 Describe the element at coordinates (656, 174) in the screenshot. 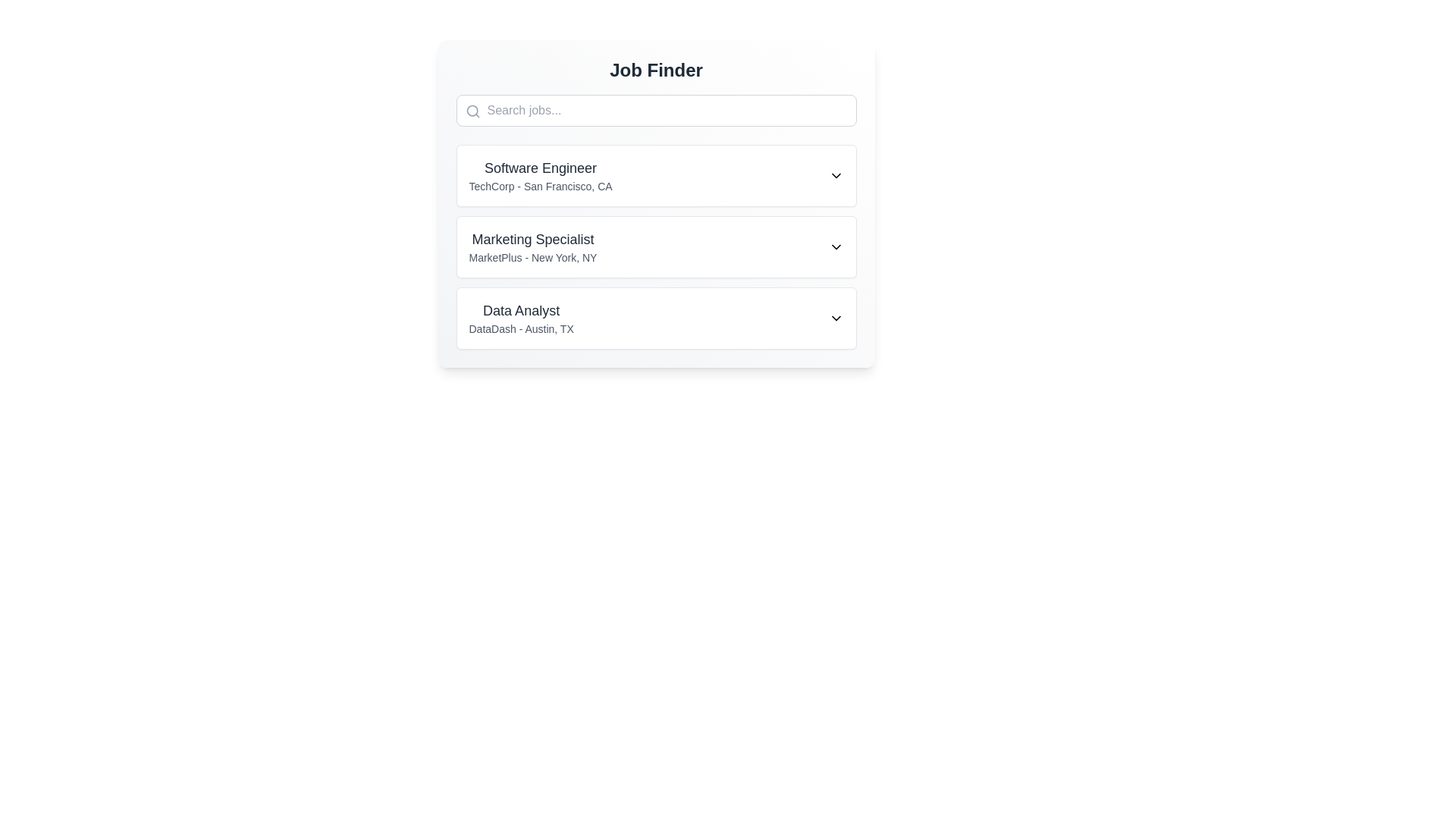

I see `on the first job listing item in the 'Job Finder' module, which displays the job title 'Software Engineer' and company details 'TechCorp - San Francisco, CA'` at that location.